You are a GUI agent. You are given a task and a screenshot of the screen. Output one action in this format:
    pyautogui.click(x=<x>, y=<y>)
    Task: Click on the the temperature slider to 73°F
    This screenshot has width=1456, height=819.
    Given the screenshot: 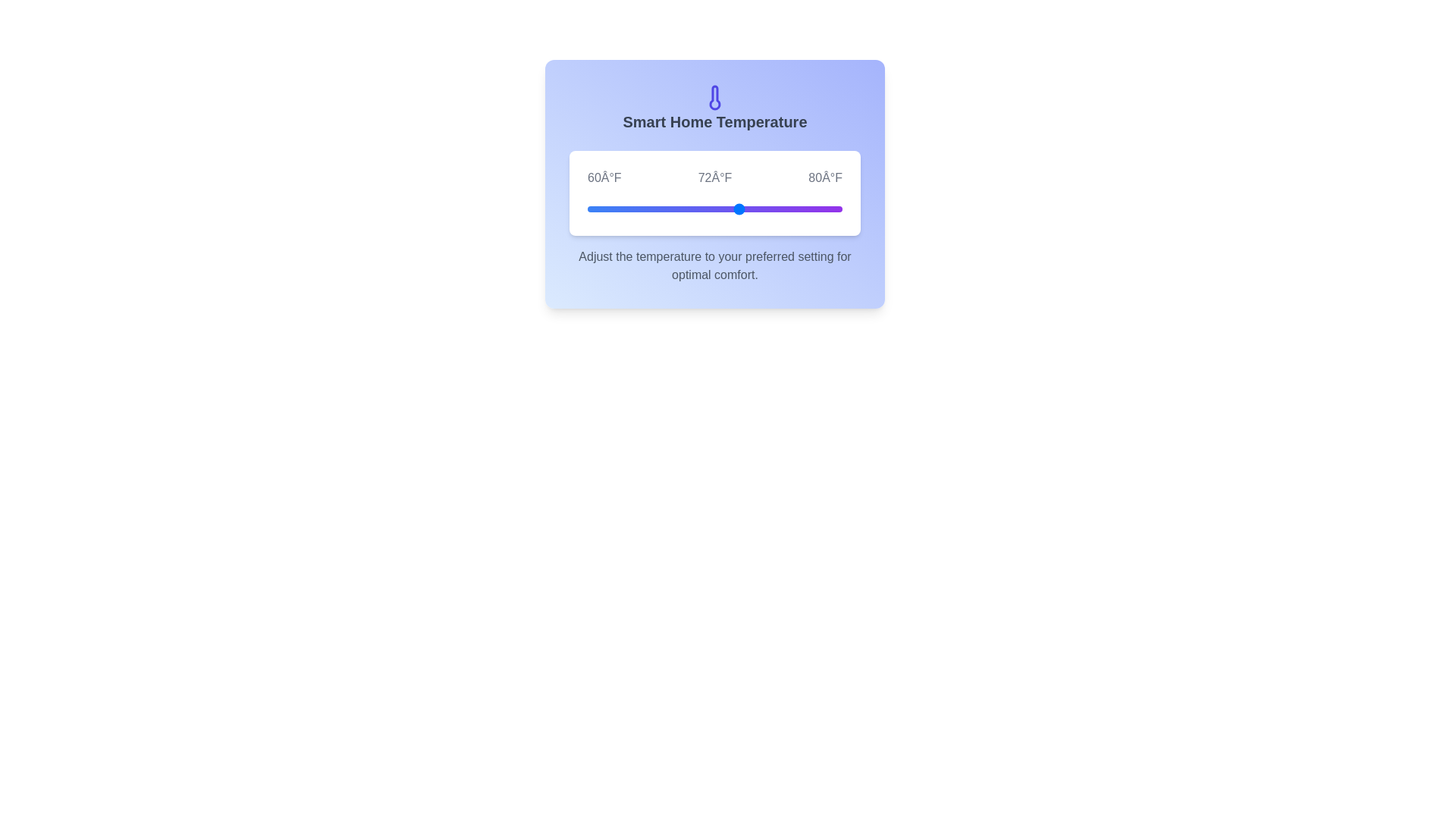 What is the action you would take?
    pyautogui.click(x=753, y=209)
    